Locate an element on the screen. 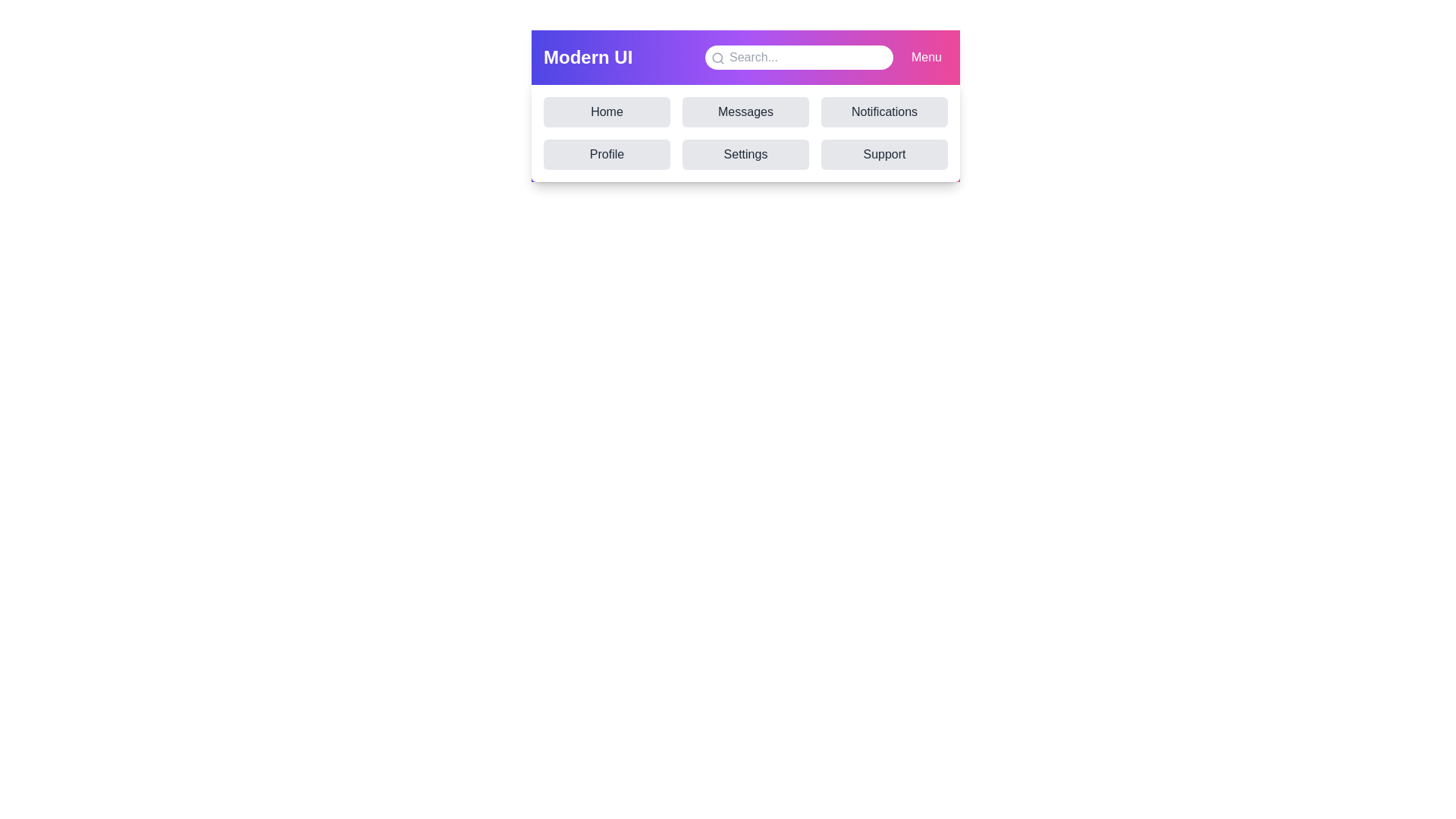  the navigation item Notifications to simulate navigation is located at coordinates (884, 111).